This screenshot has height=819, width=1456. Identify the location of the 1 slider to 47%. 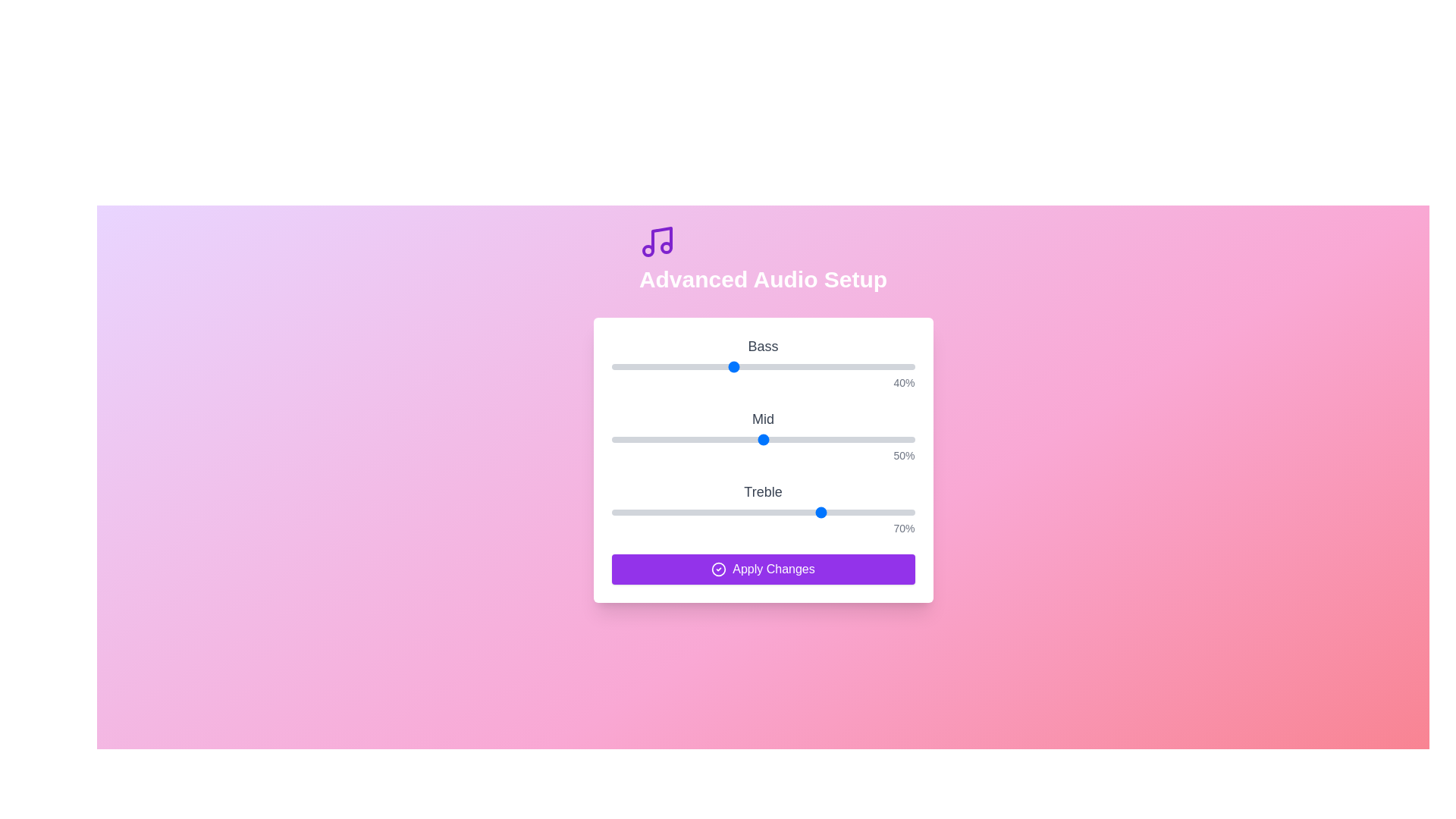
(754, 439).